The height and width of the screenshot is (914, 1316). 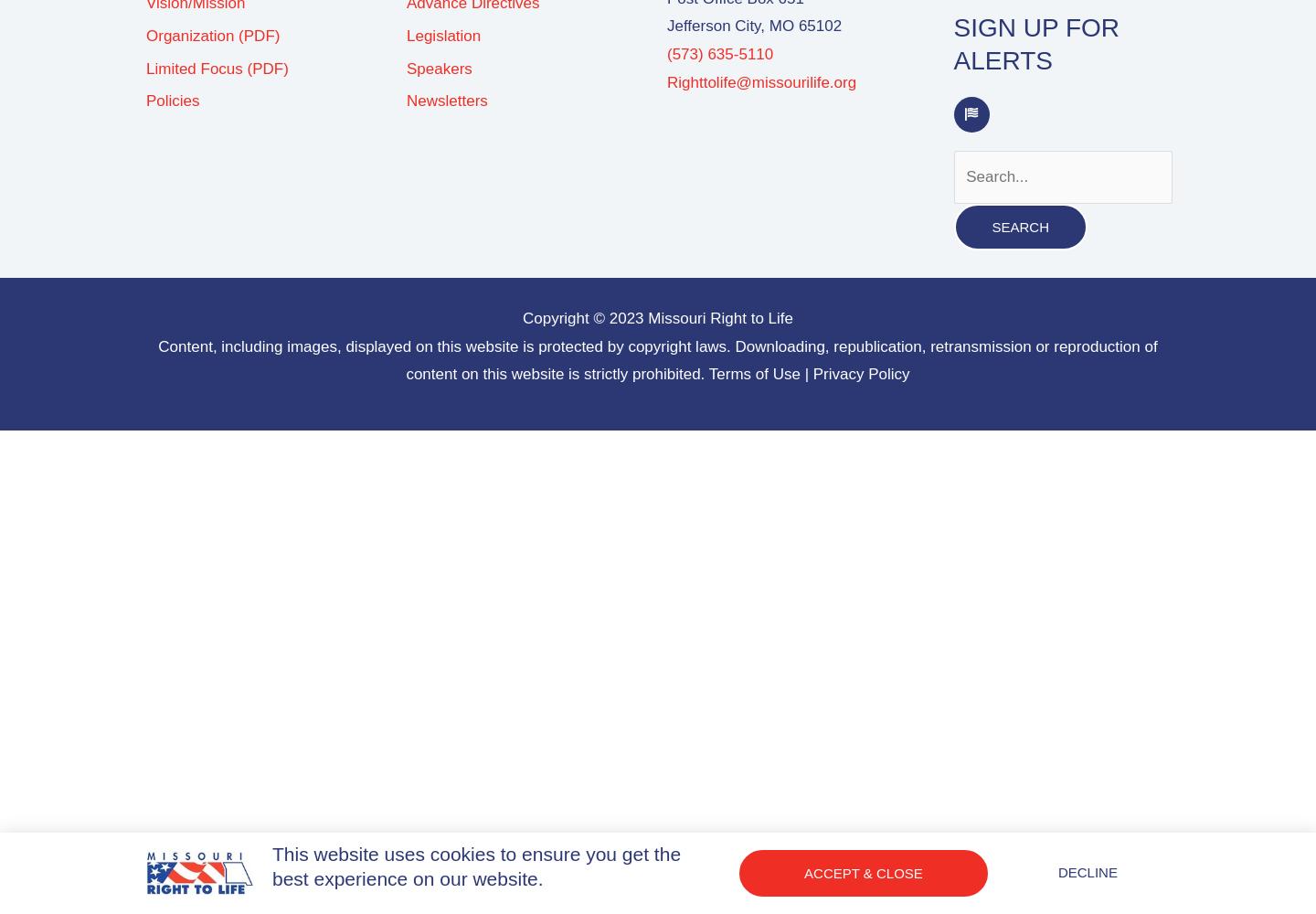 What do you see at coordinates (439, 67) in the screenshot?
I see `'Speakers'` at bounding box center [439, 67].